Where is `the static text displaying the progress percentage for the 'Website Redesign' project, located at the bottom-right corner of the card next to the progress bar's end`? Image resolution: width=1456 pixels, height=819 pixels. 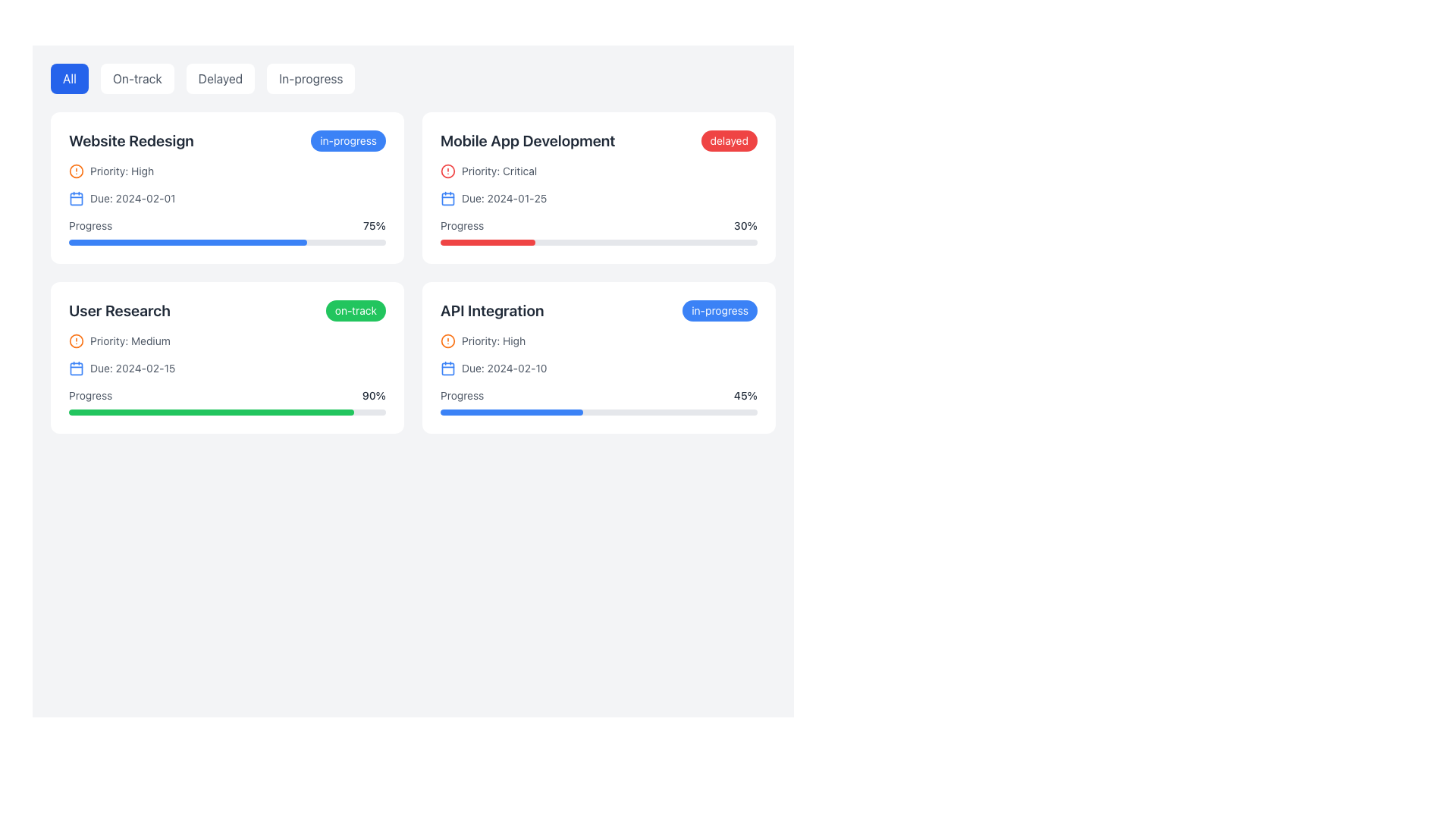
the static text displaying the progress percentage for the 'Website Redesign' project, located at the bottom-right corner of the card next to the progress bar's end is located at coordinates (375, 225).